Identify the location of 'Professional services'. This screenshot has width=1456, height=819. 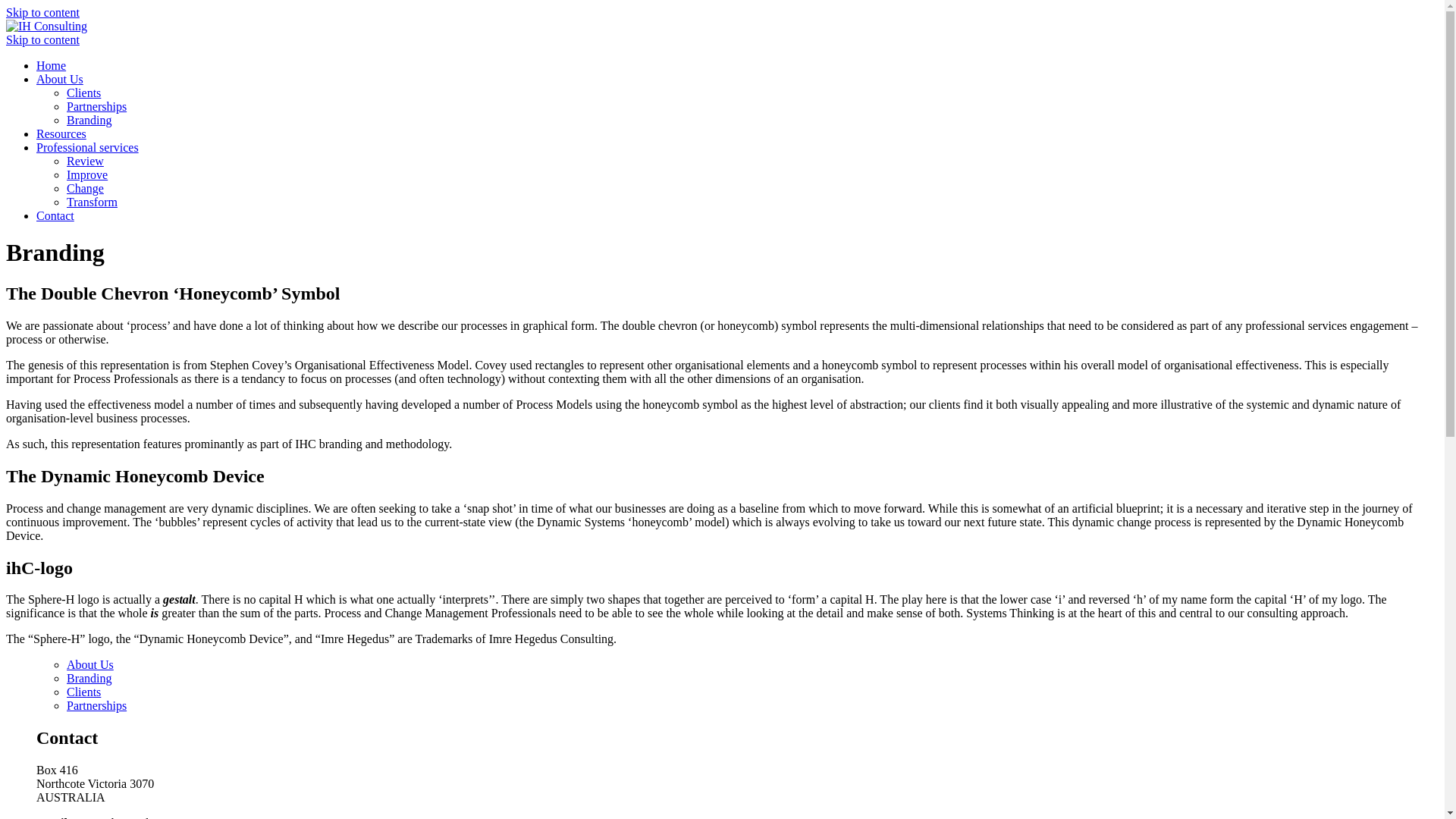
(36, 147).